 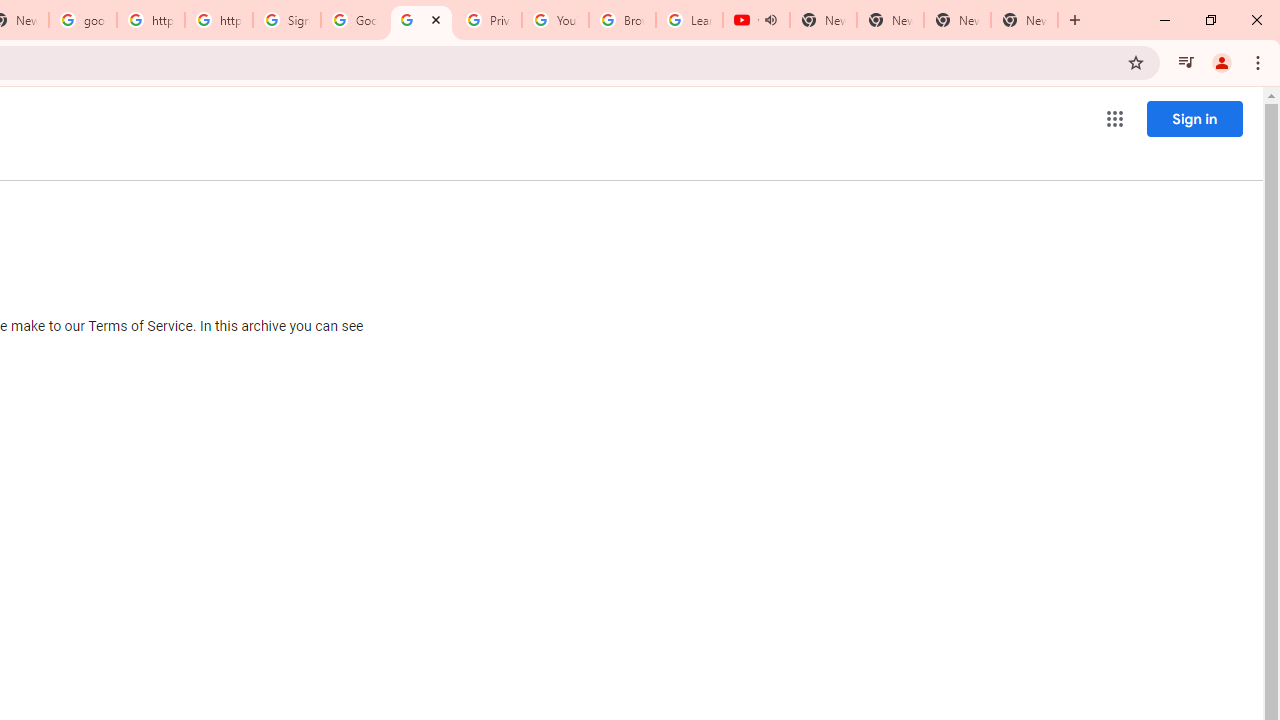 I want to click on 'Control your music, videos, and more', so click(x=1185, y=61).